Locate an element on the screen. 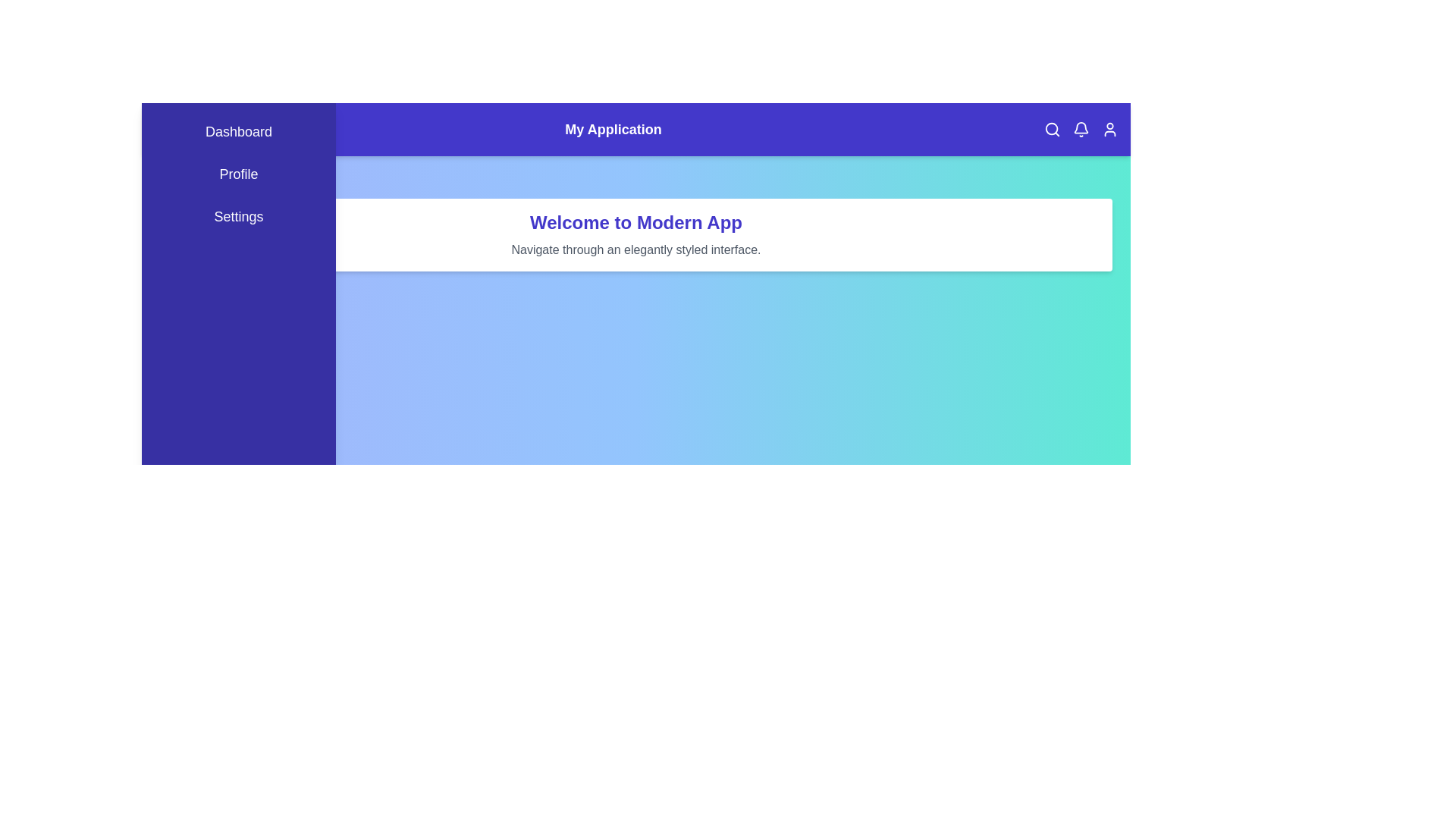 The height and width of the screenshot is (819, 1456). the text element Welcome to Modern App is located at coordinates (636, 222).